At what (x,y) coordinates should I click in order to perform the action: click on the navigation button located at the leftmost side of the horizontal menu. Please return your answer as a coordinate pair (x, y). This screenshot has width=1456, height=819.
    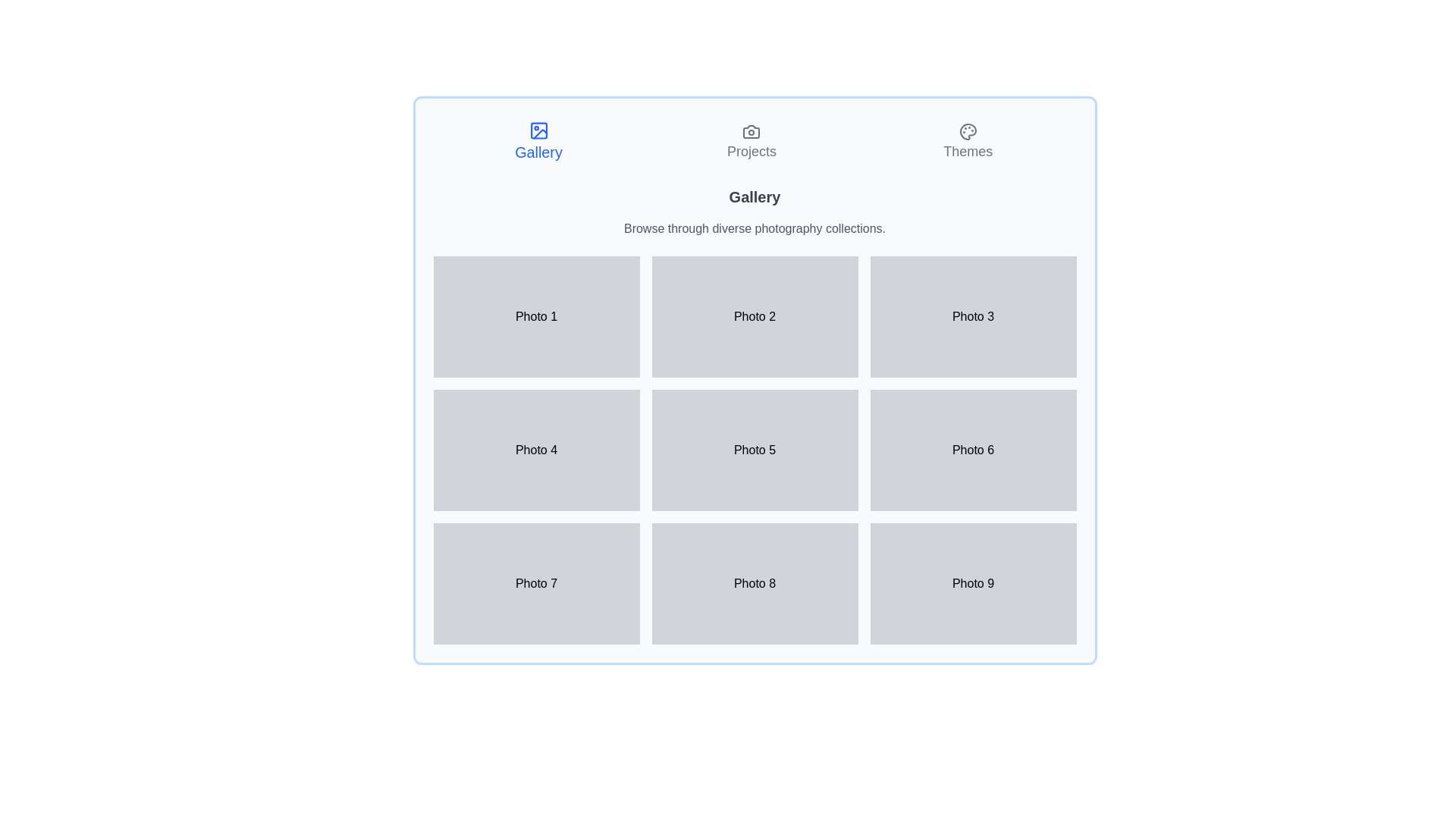
    Looking at the image, I should click on (538, 143).